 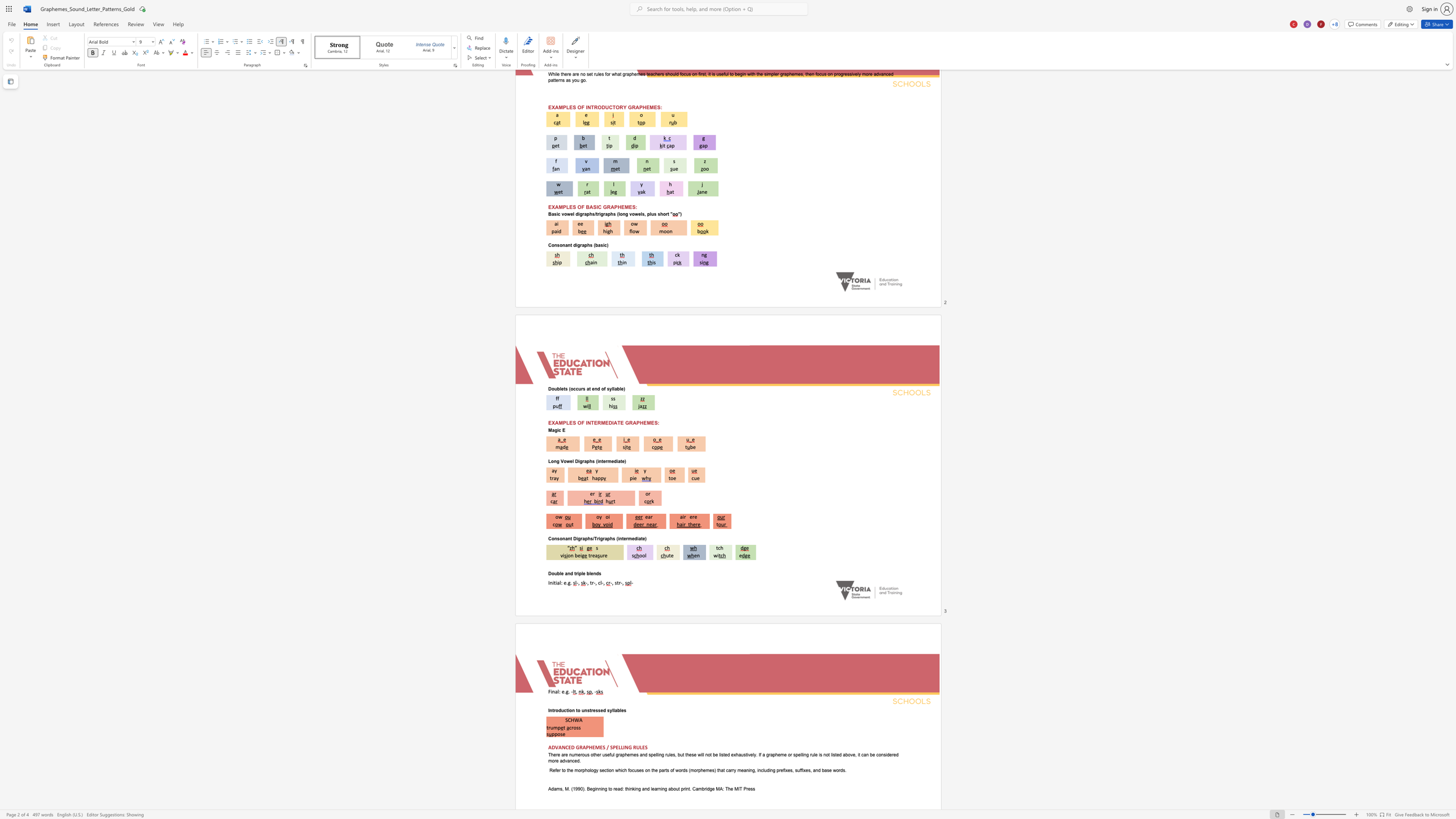 I want to click on the space between the continuous character "r" and "m" in the text, so click(x=608, y=460).